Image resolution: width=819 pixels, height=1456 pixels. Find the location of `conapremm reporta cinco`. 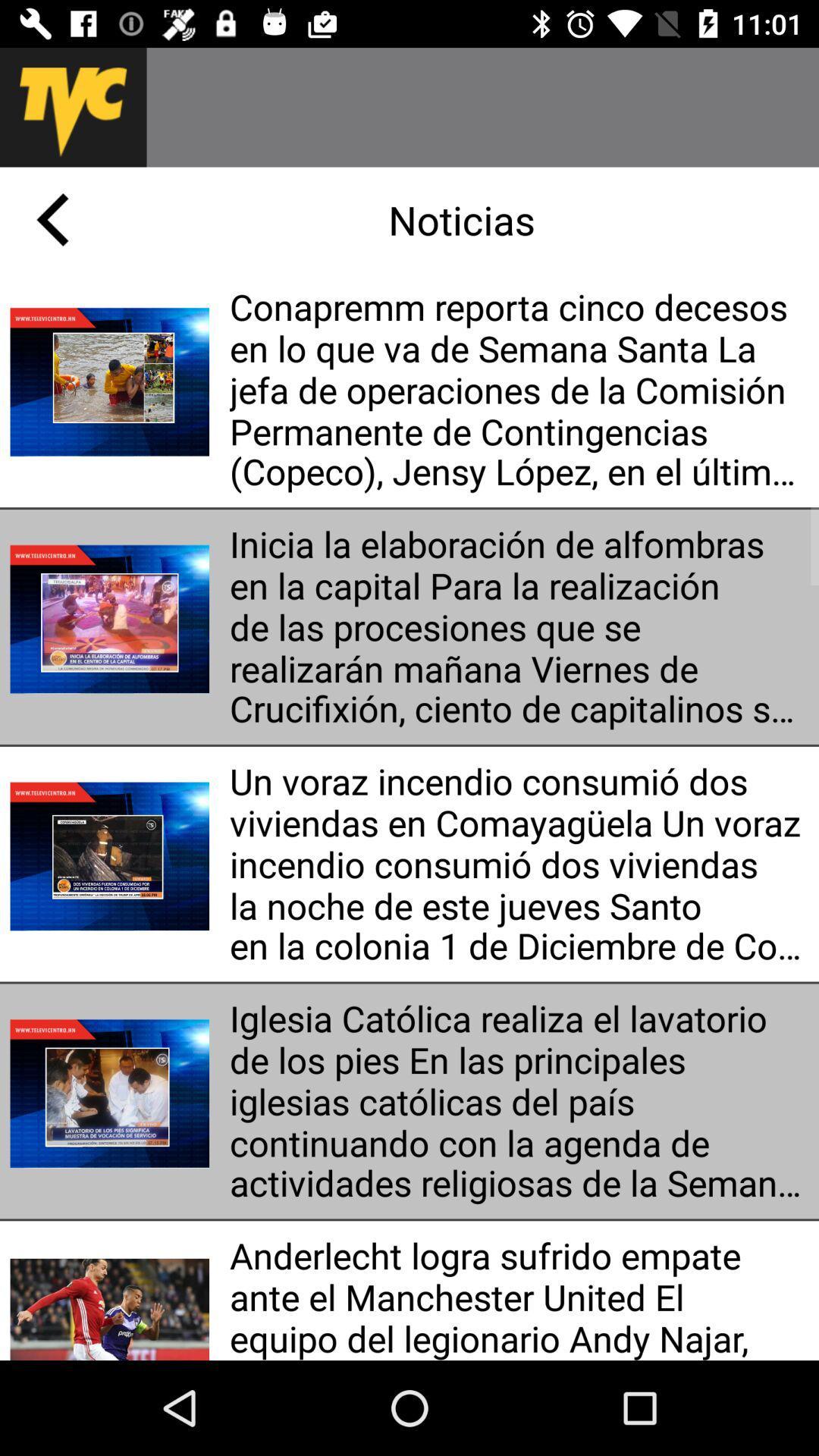

conapremm reporta cinco is located at coordinates (518, 390).